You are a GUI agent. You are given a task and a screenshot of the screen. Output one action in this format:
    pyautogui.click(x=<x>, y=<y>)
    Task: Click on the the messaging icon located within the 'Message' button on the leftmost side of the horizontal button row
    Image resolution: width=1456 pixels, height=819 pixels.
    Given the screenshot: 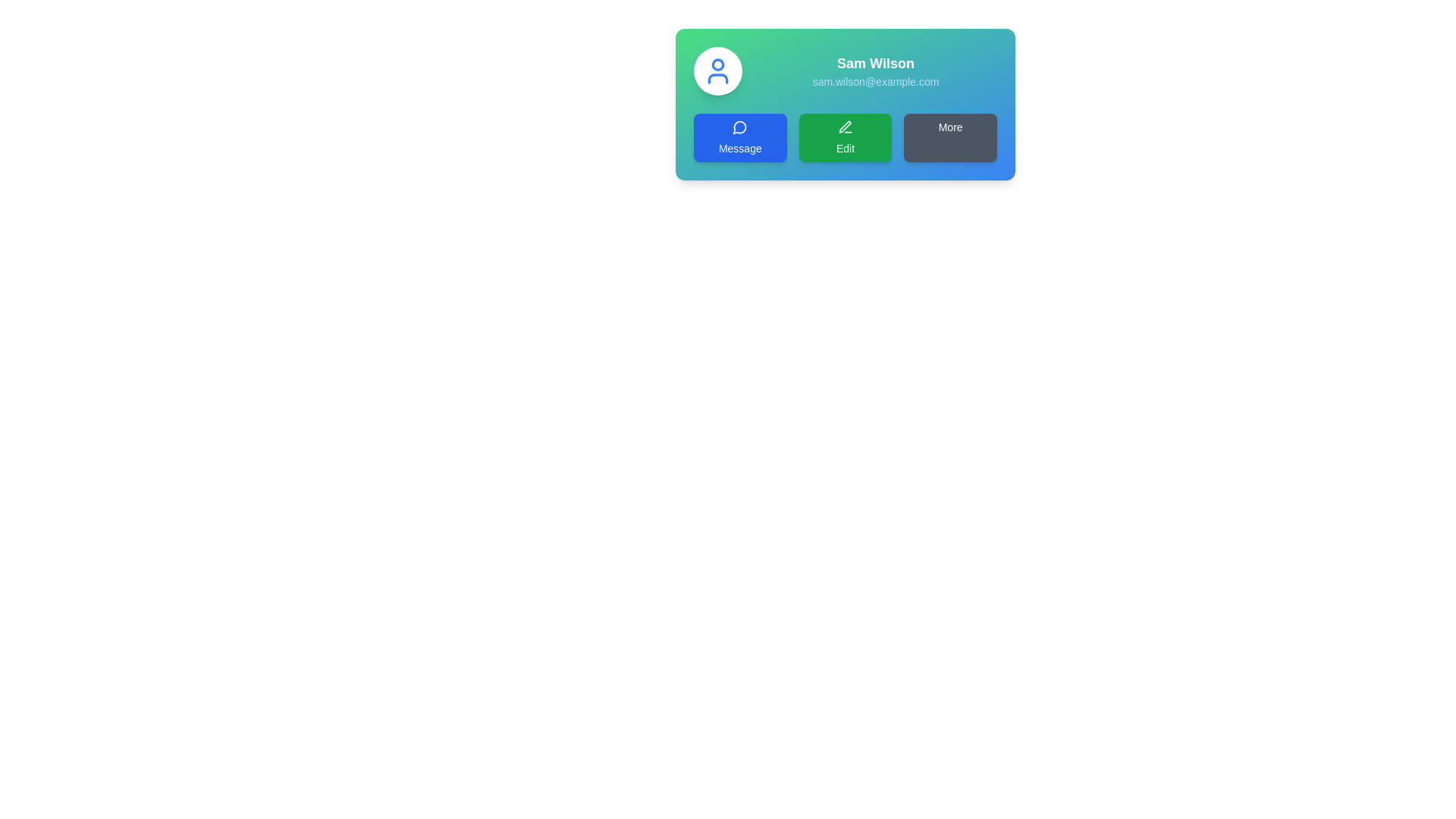 What is the action you would take?
    pyautogui.click(x=740, y=127)
    